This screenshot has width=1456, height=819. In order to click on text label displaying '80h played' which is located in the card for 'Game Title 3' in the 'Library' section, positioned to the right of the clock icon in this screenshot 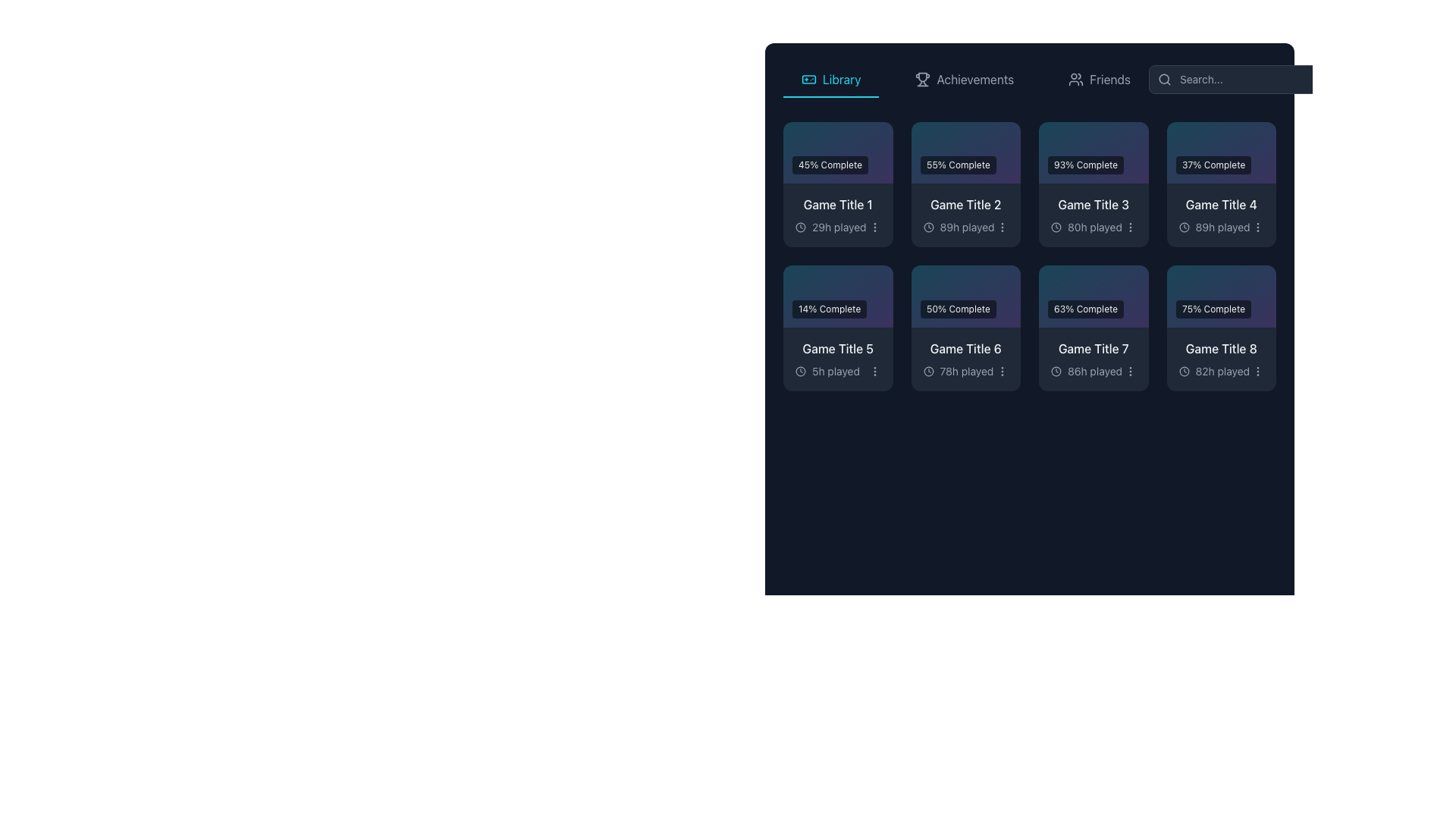, I will do `click(1095, 227)`.